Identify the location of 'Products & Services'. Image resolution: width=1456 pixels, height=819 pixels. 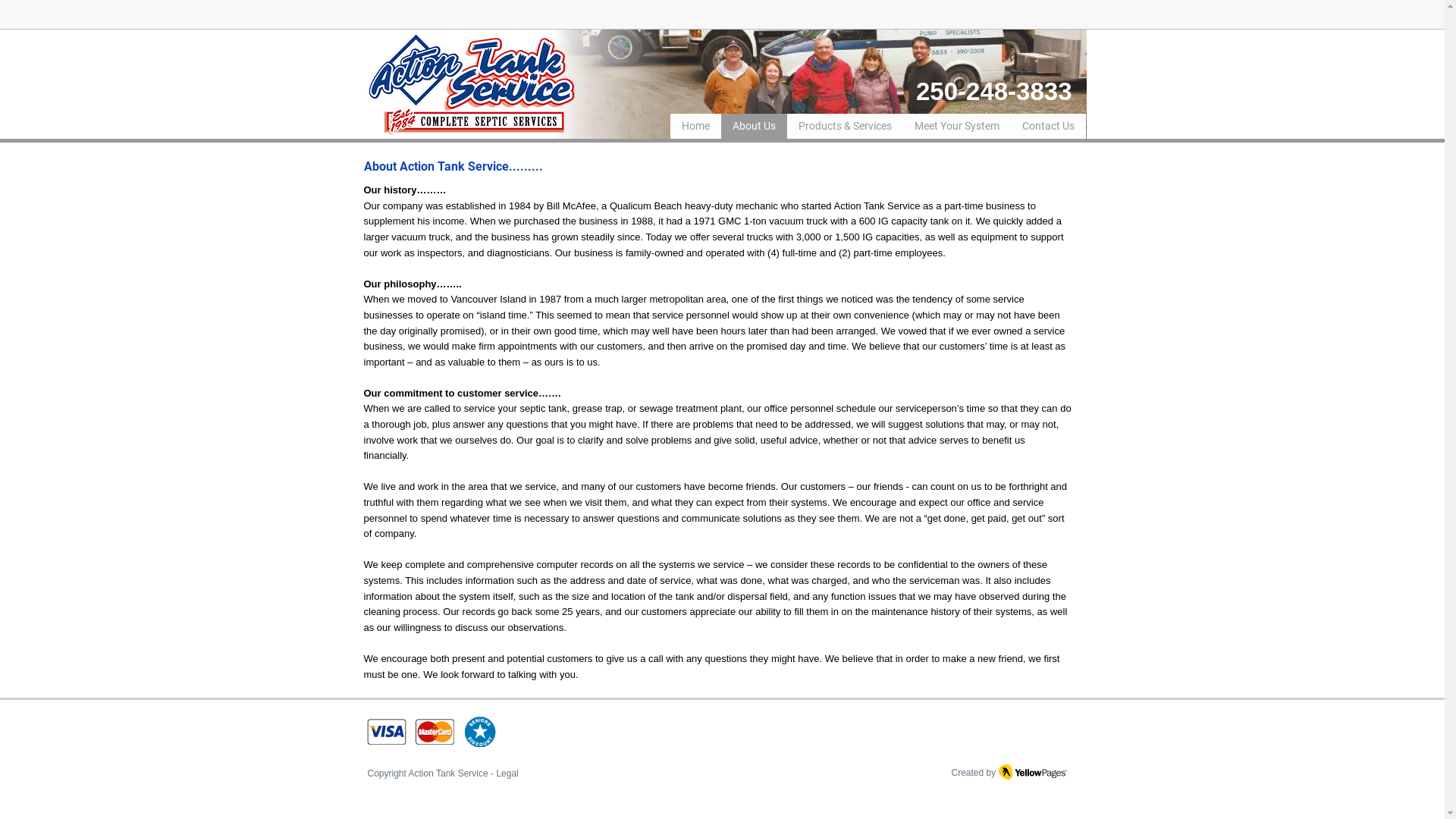
(844, 125).